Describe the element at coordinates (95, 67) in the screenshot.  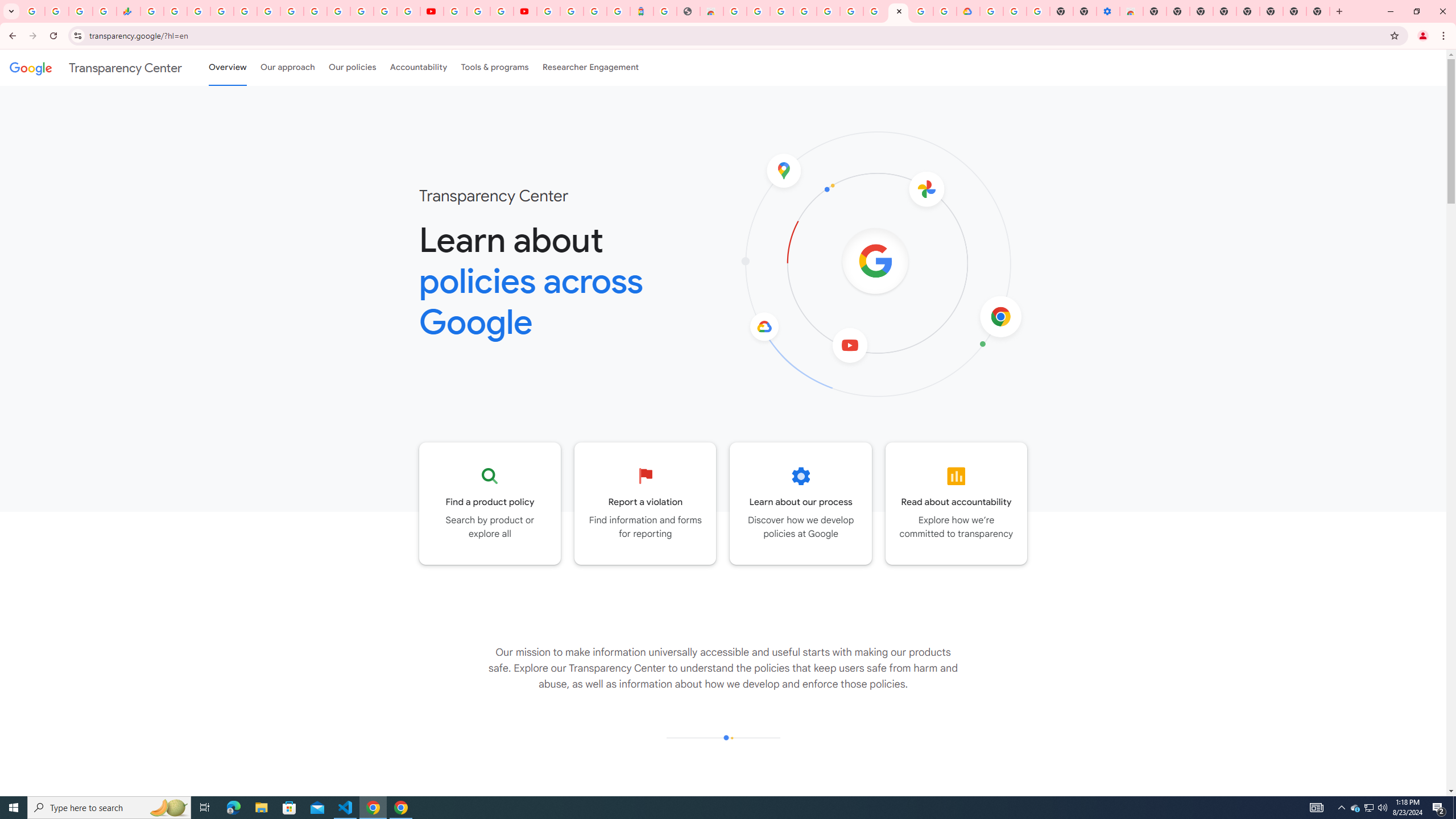
I see `'Transparency Center'` at that location.